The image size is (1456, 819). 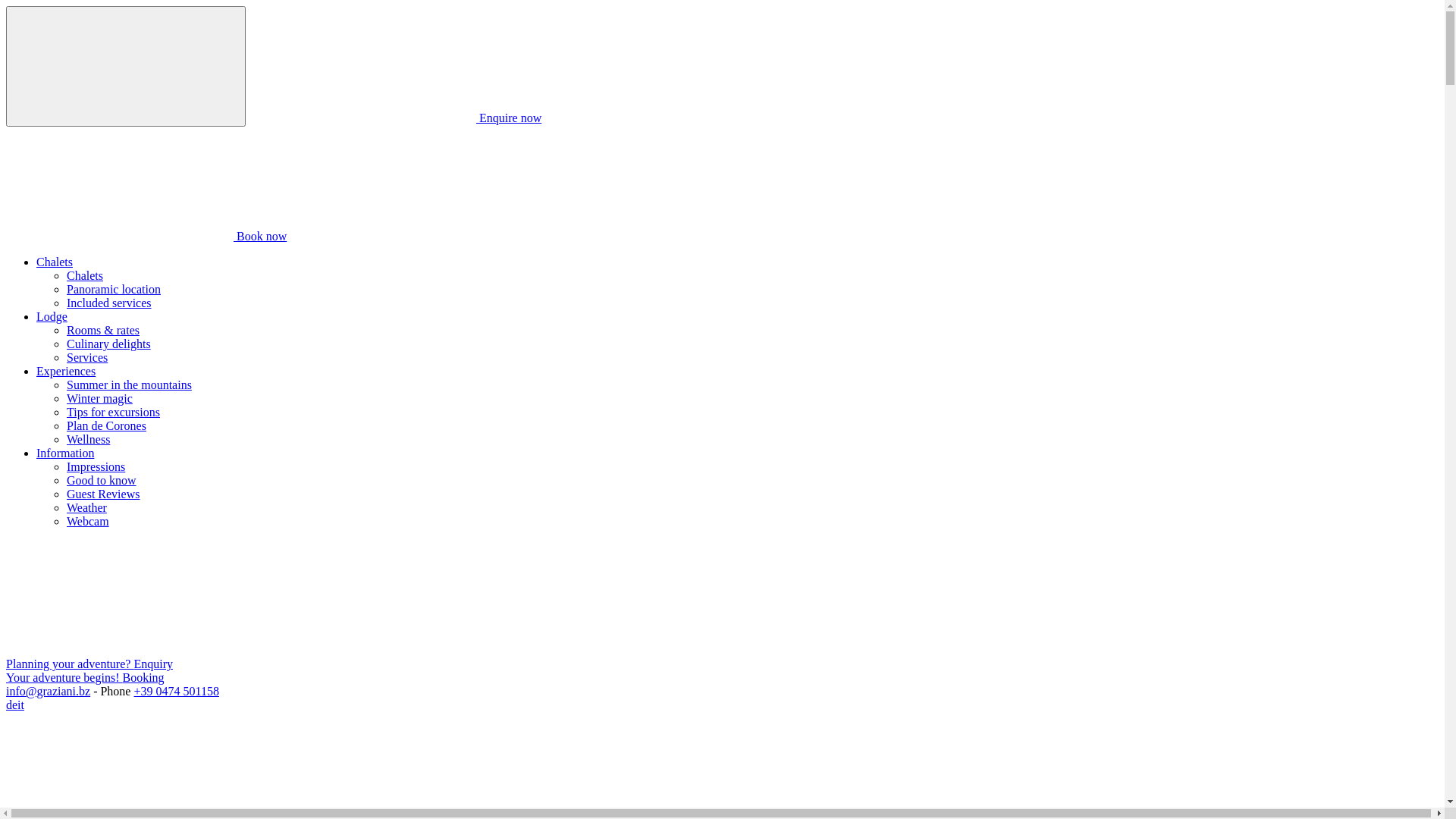 I want to click on 'Summer in the mountains', so click(x=129, y=384).